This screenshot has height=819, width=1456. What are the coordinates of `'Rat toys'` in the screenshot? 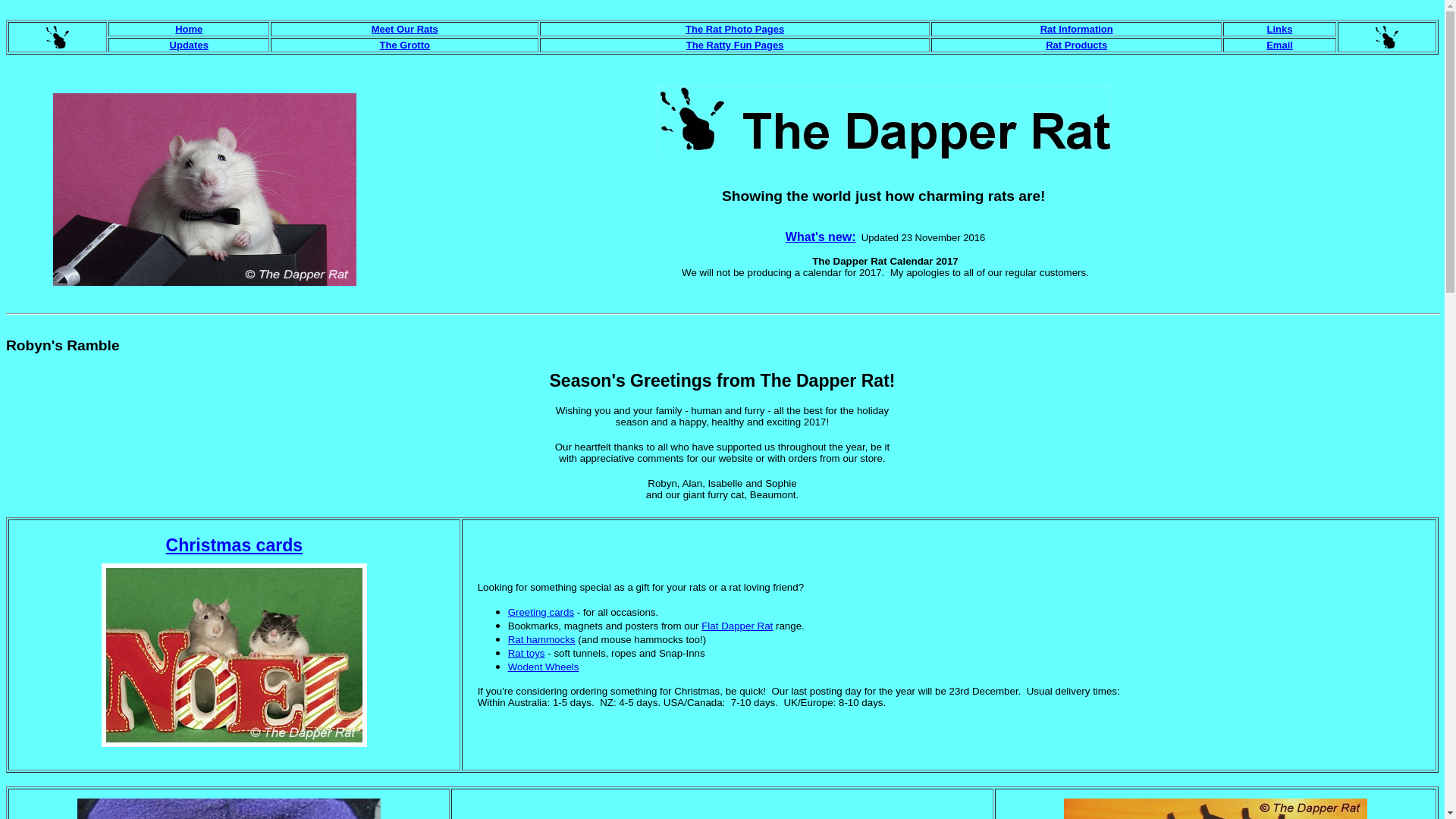 It's located at (526, 652).